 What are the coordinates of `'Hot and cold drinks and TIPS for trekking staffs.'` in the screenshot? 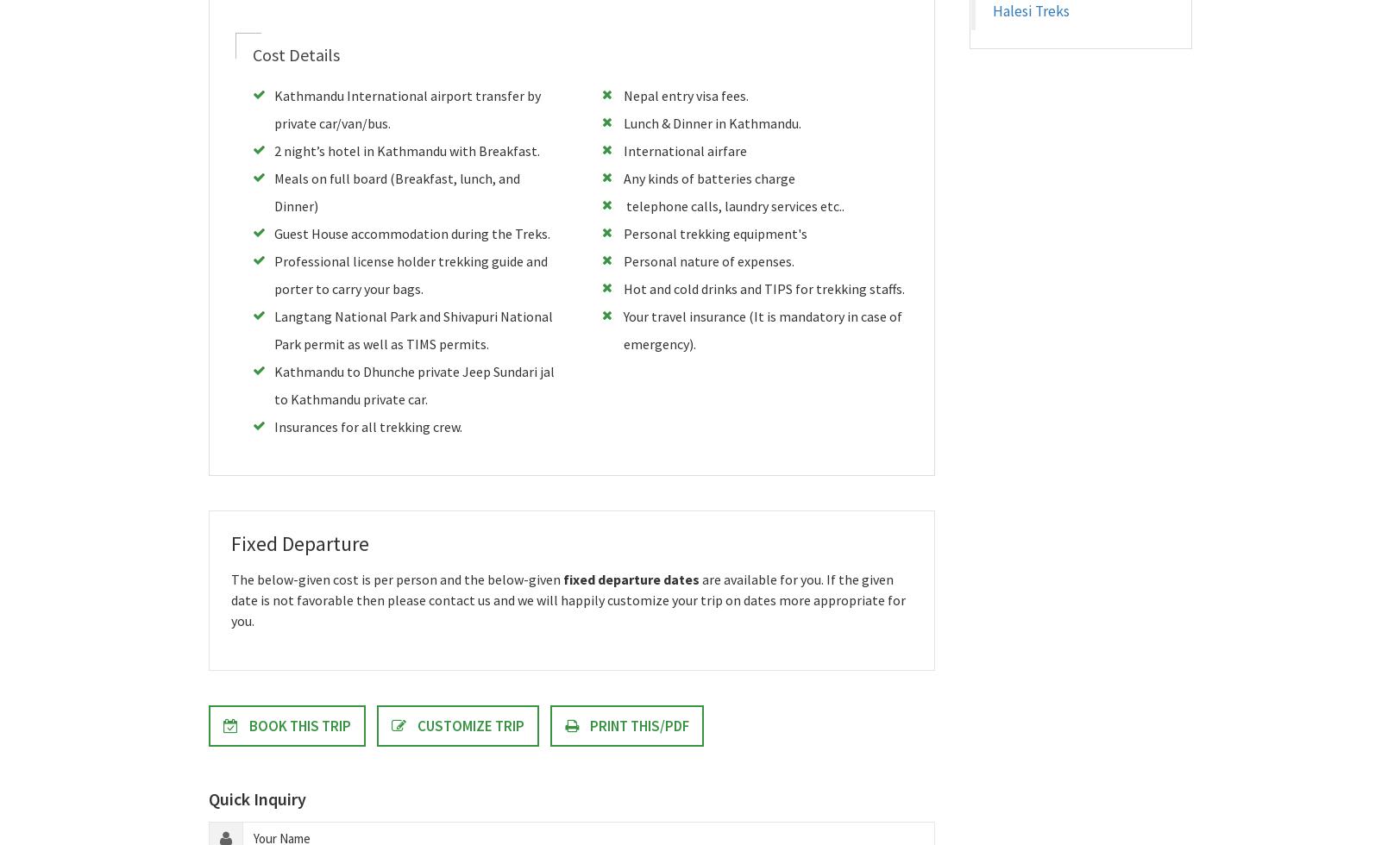 It's located at (763, 288).